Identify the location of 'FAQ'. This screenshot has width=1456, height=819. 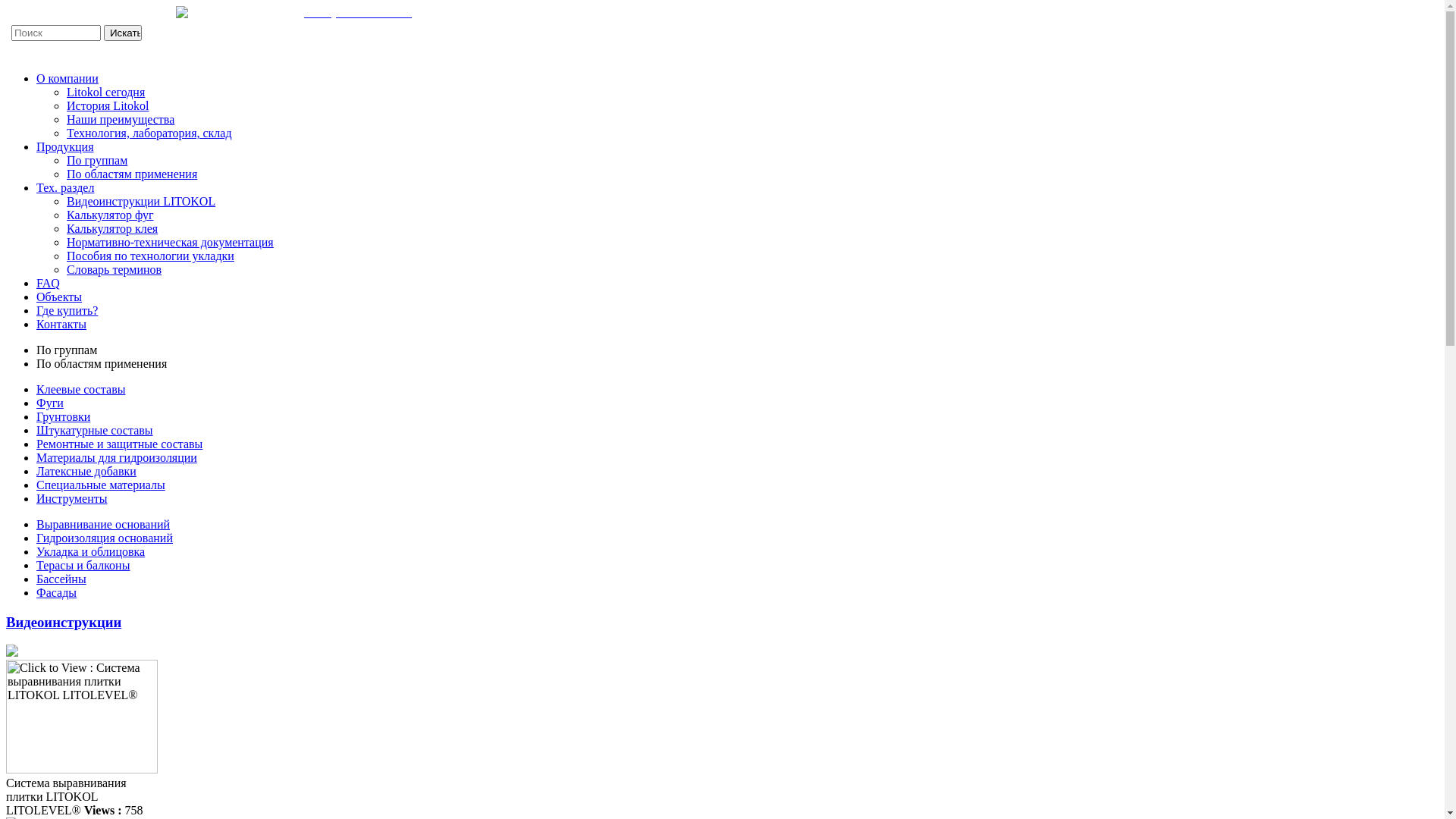
(36, 283).